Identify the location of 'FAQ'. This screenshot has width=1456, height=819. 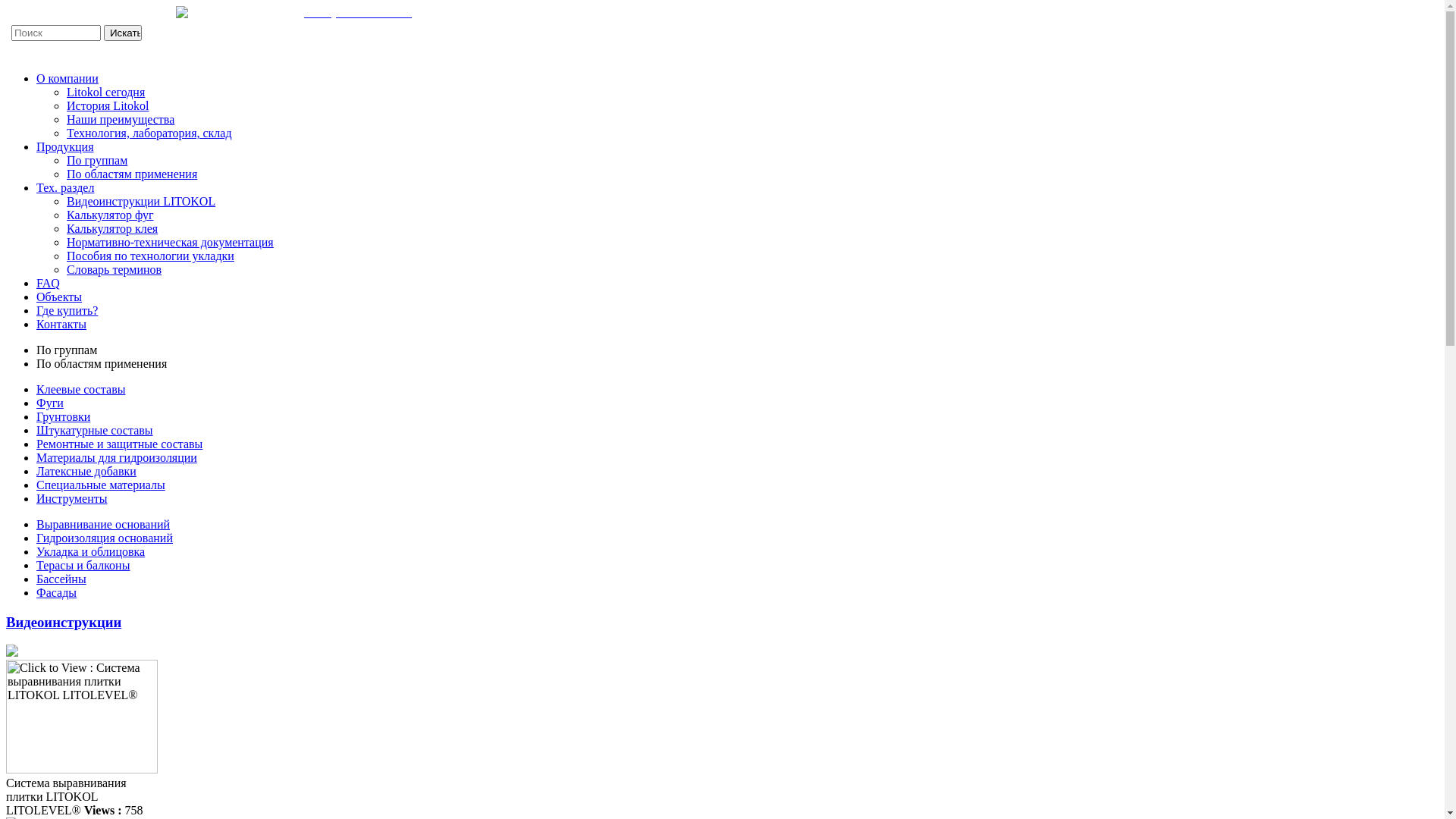
(36, 283).